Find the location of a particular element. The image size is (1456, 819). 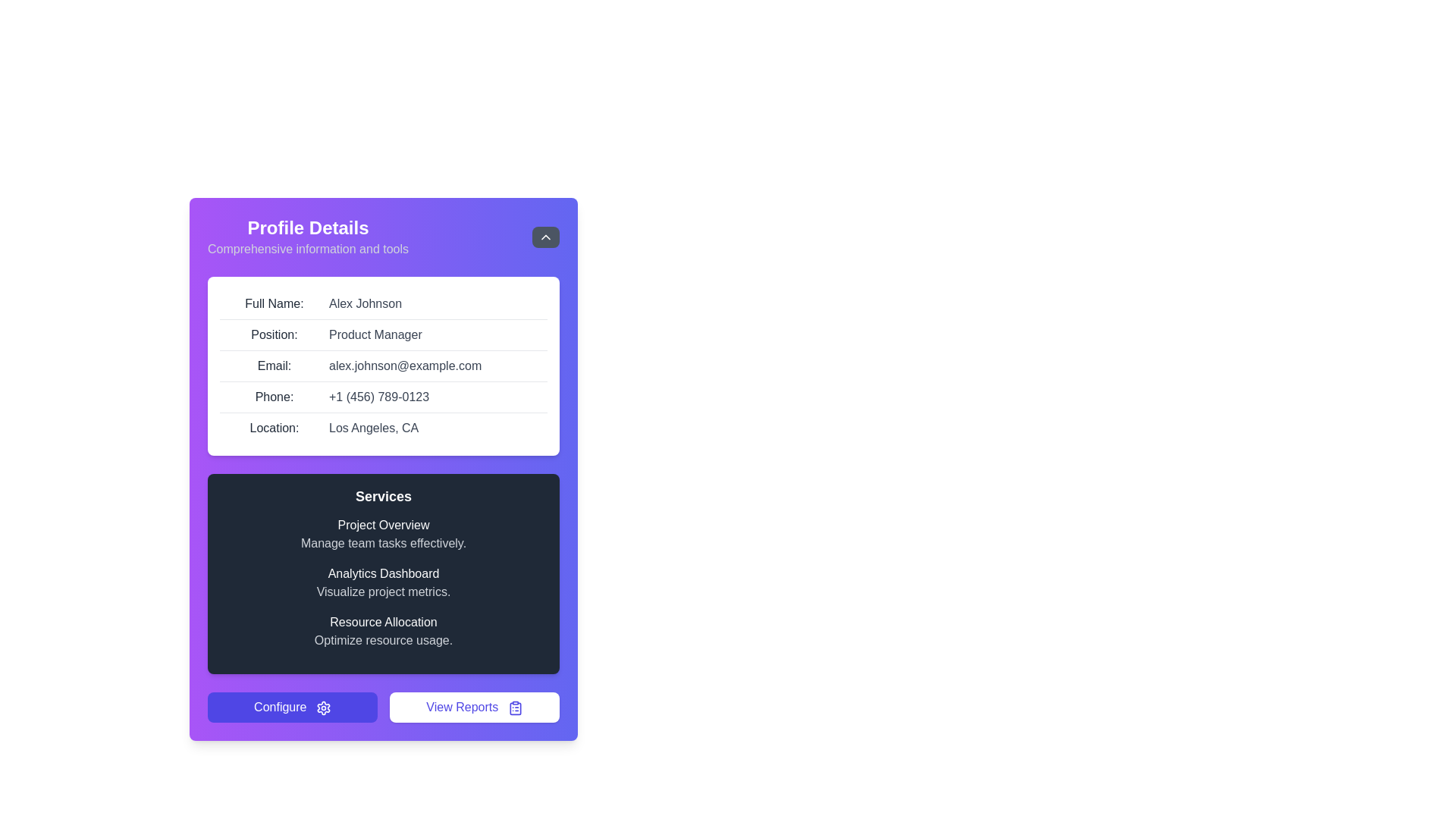

the upward-pointing chevron icon within the 'Profile Details' button in the top-right corner of the purple header is located at coordinates (546, 237).